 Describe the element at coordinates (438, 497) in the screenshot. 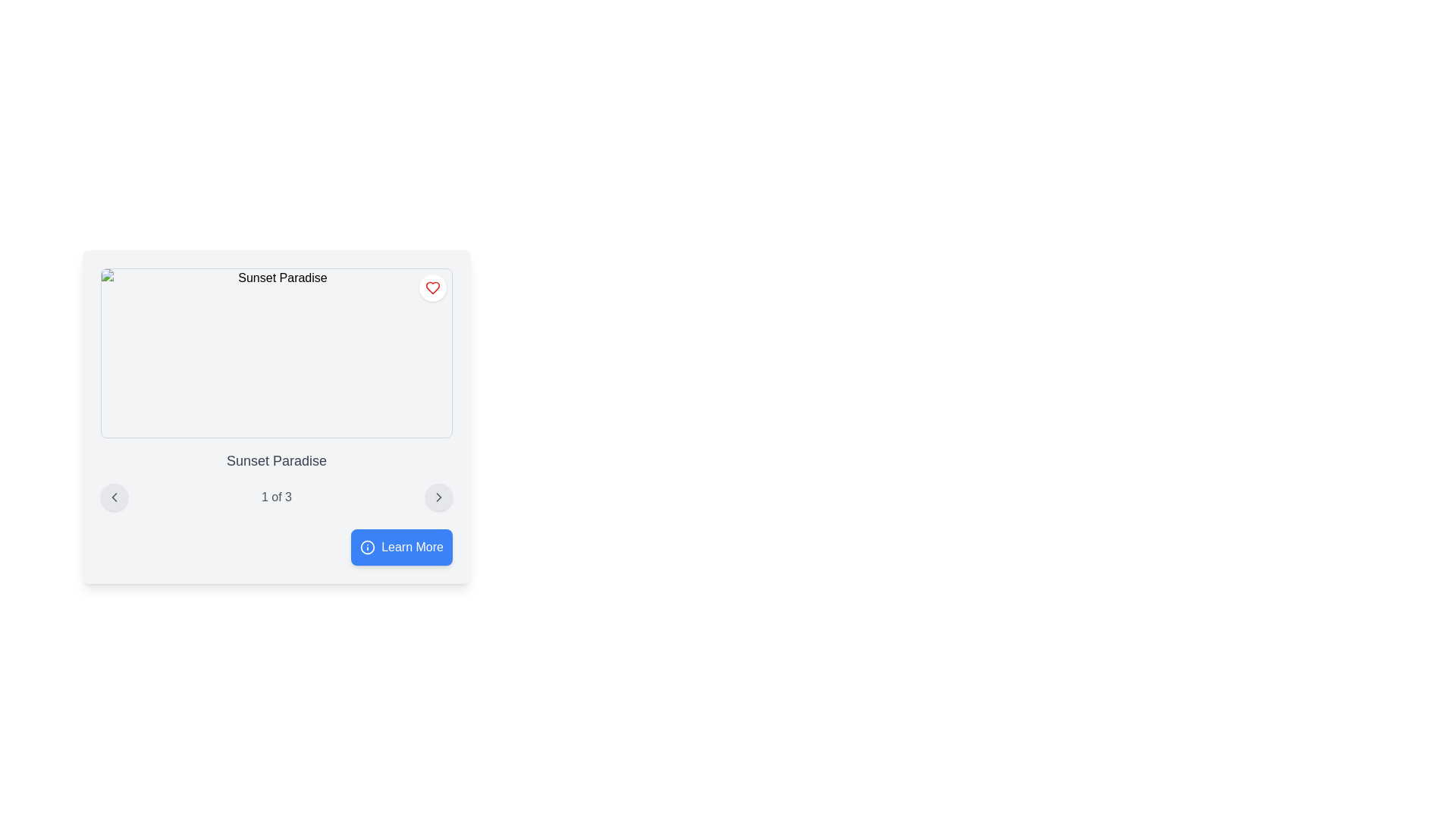

I see `the chevron icon pointing to the right located in the bottom-right corner of the central panel` at that location.